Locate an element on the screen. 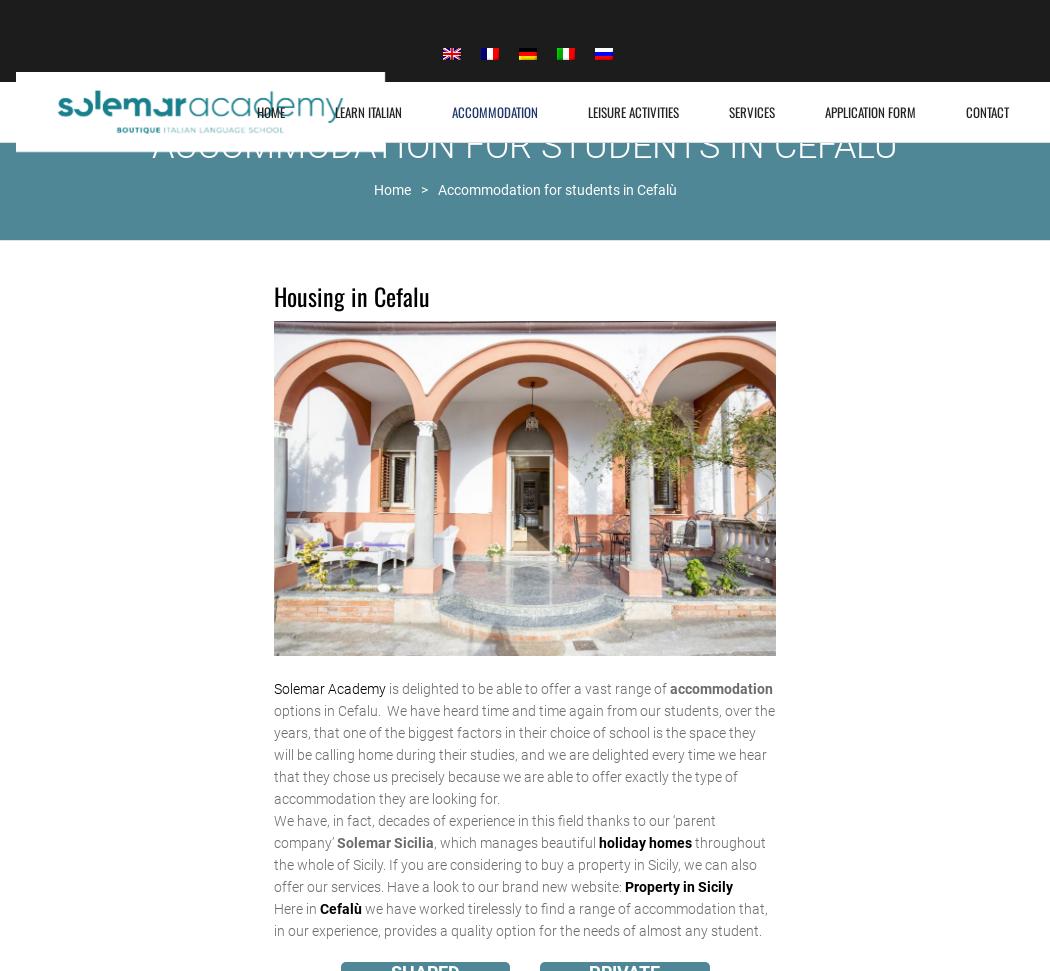 This screenshot has width=1050, height=971. 'Housing in Cefalu' is located at coordinates (350, 294).